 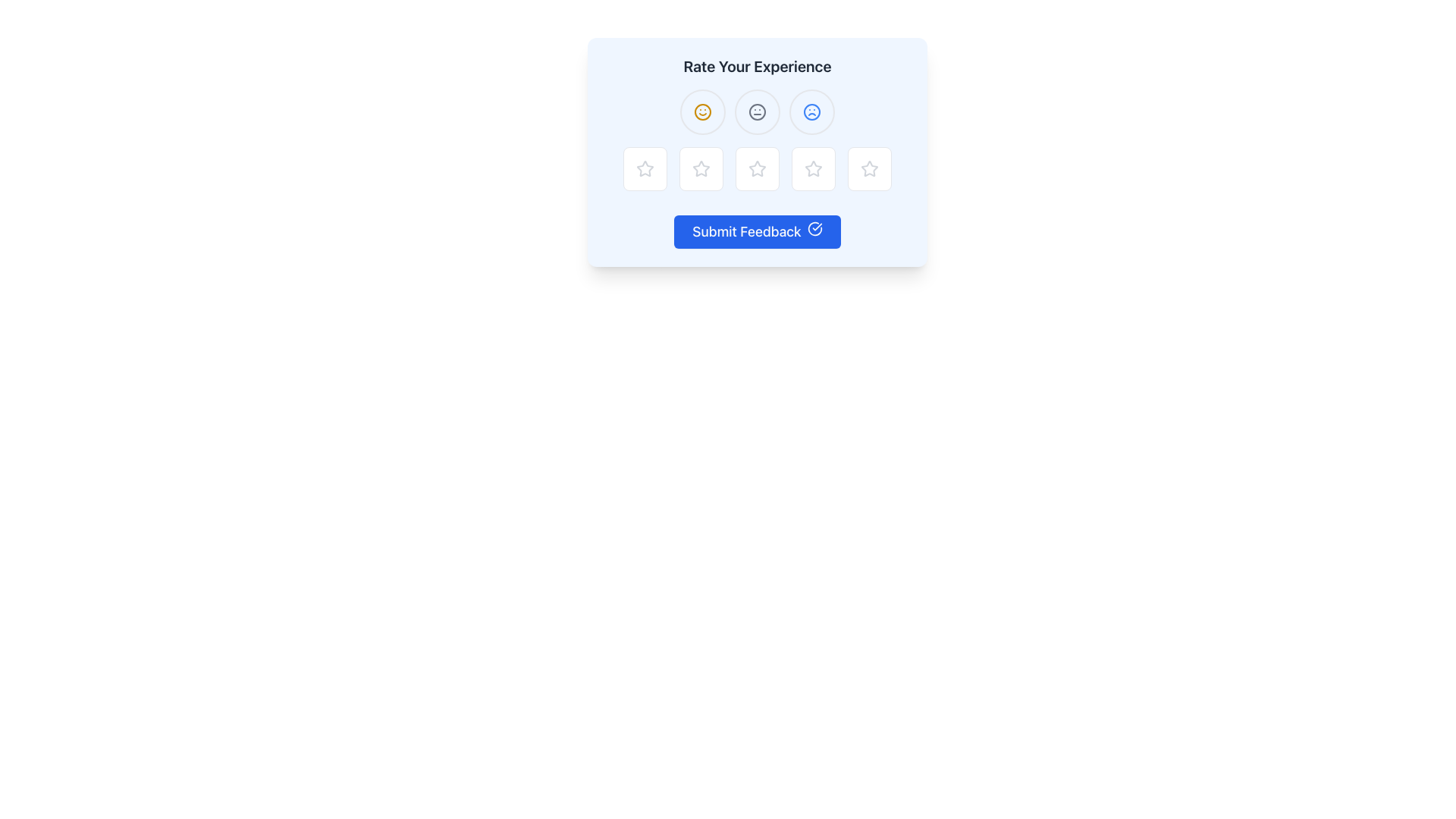 I want to click on the second star icon in the rating system to rate something with two stars, so click(x=701, y=169).